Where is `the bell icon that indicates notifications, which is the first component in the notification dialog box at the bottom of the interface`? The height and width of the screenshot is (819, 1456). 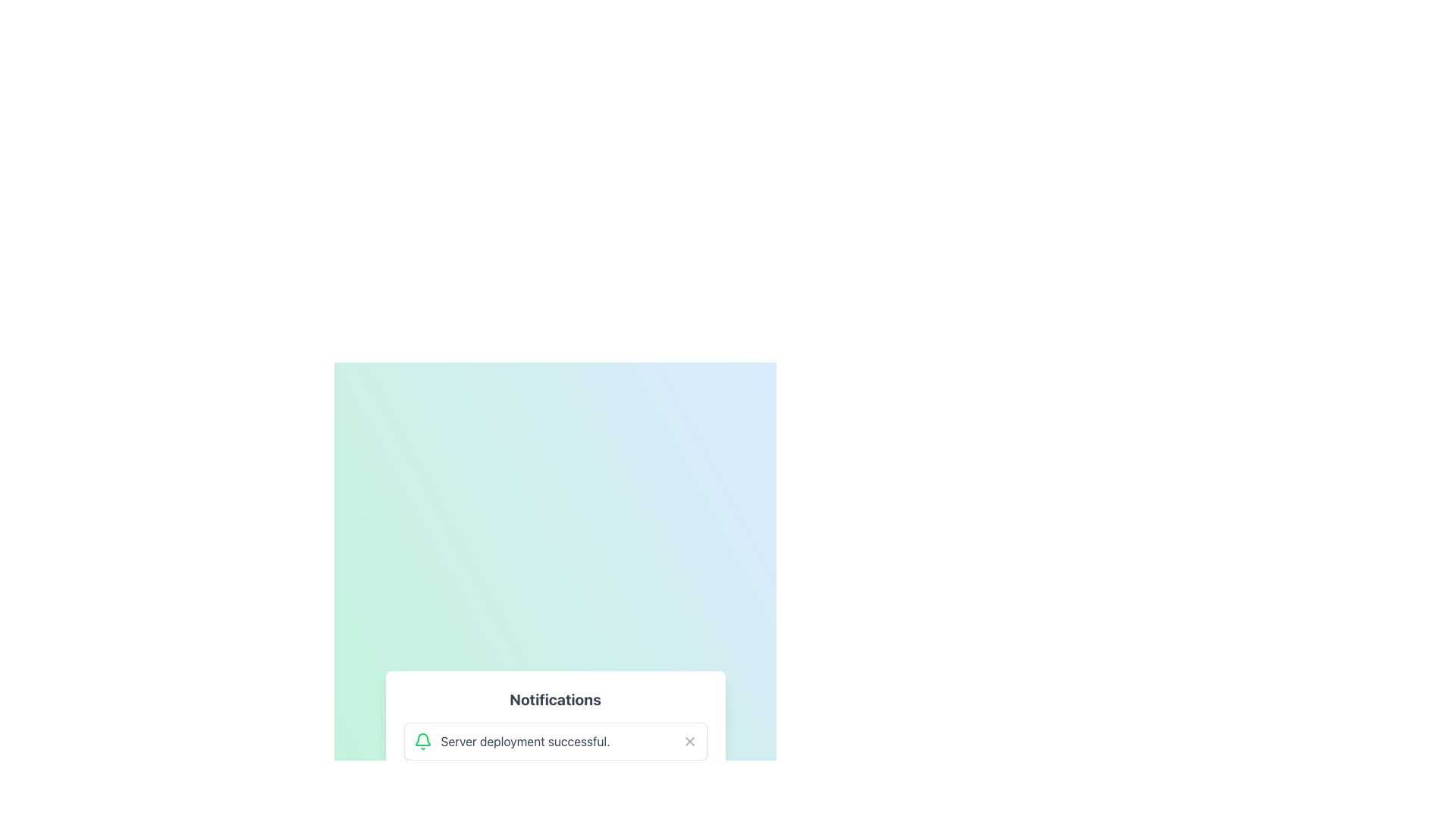
the bell icon that indicates notifications, which is the first component in the notification dialog box at the bottom of the interface is located at coordinates (422, 741).